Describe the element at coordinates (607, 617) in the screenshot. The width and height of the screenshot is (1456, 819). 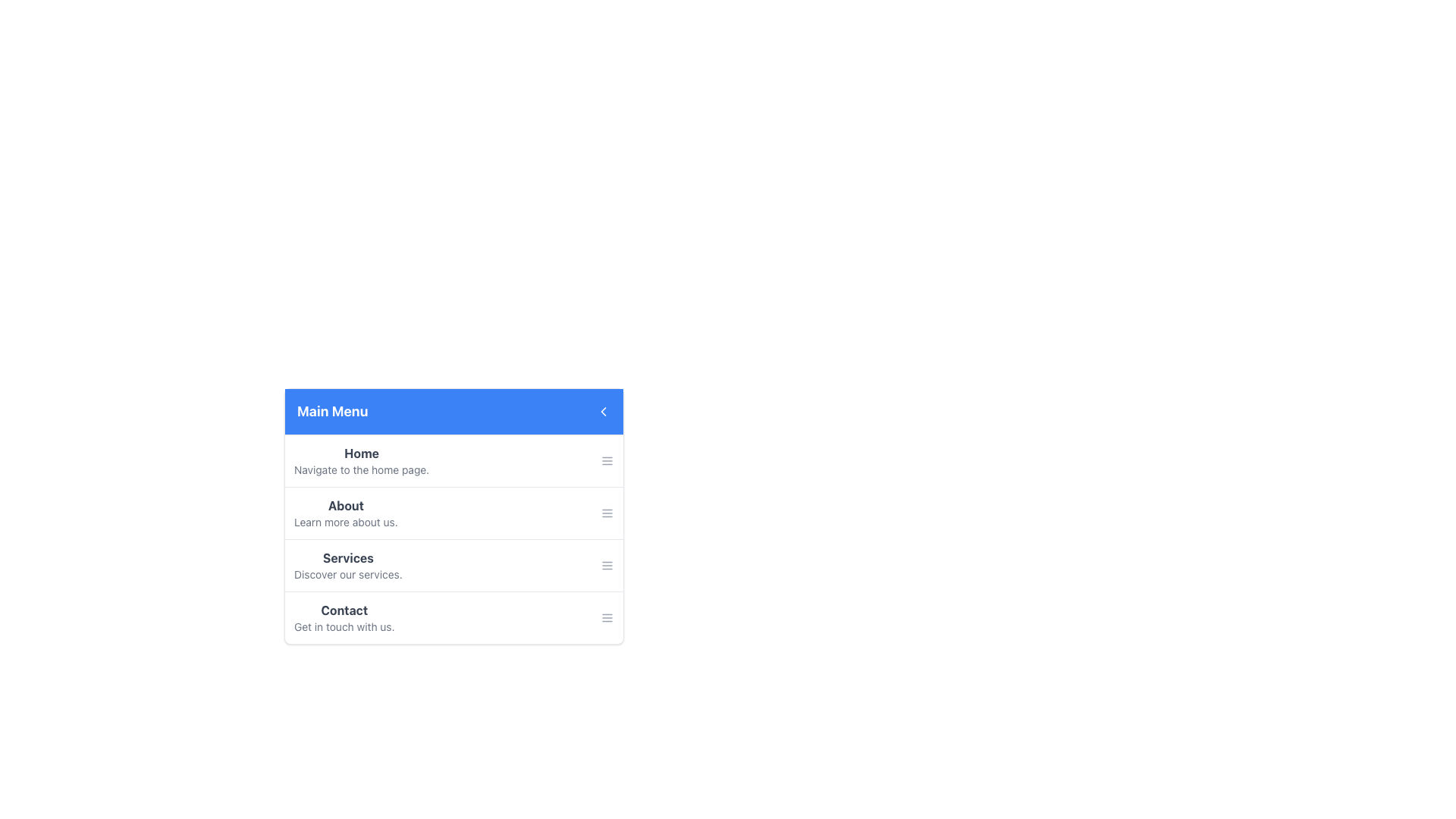
I see `the gray Menu Icon, which consists of three horizontal lines, located on the right-hand side of the 'Contact' row in the vertical menu list, adjacent to 'Get in touch with us.'` at that location.